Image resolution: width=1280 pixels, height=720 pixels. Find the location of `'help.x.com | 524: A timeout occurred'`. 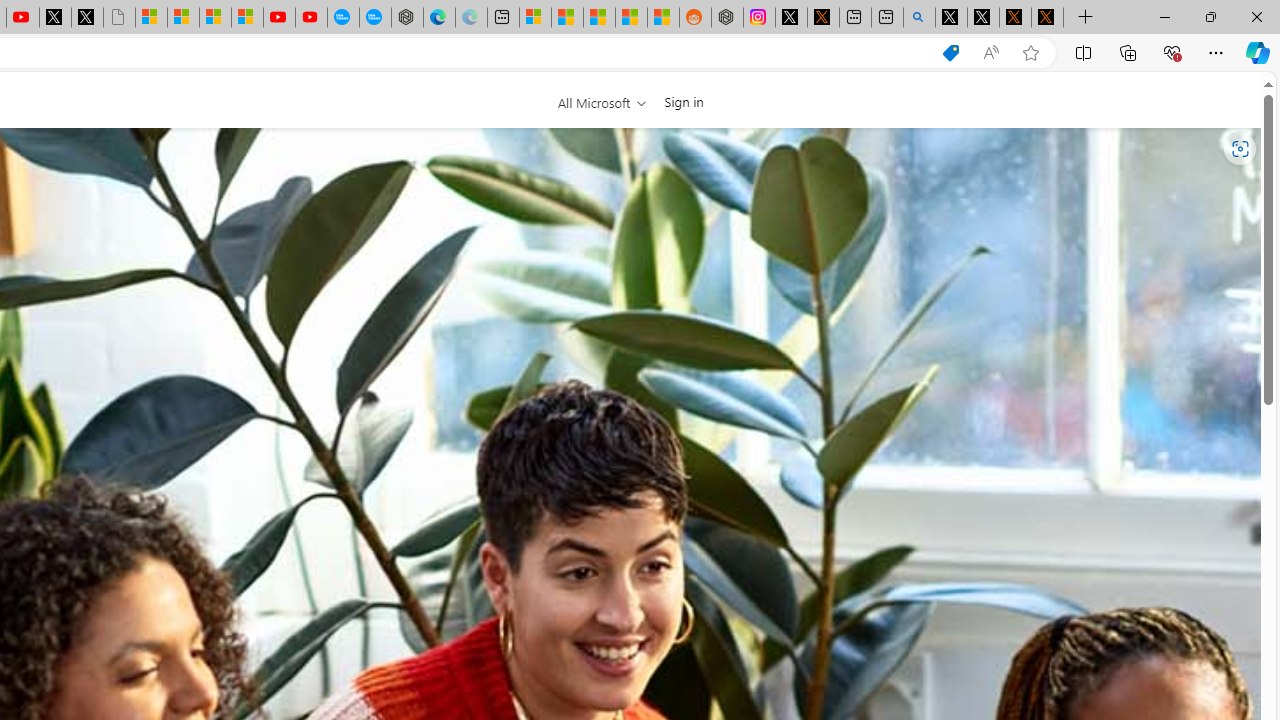

'help.x.com | 524: A timeout occurred' is located at coordinates (823, 17).